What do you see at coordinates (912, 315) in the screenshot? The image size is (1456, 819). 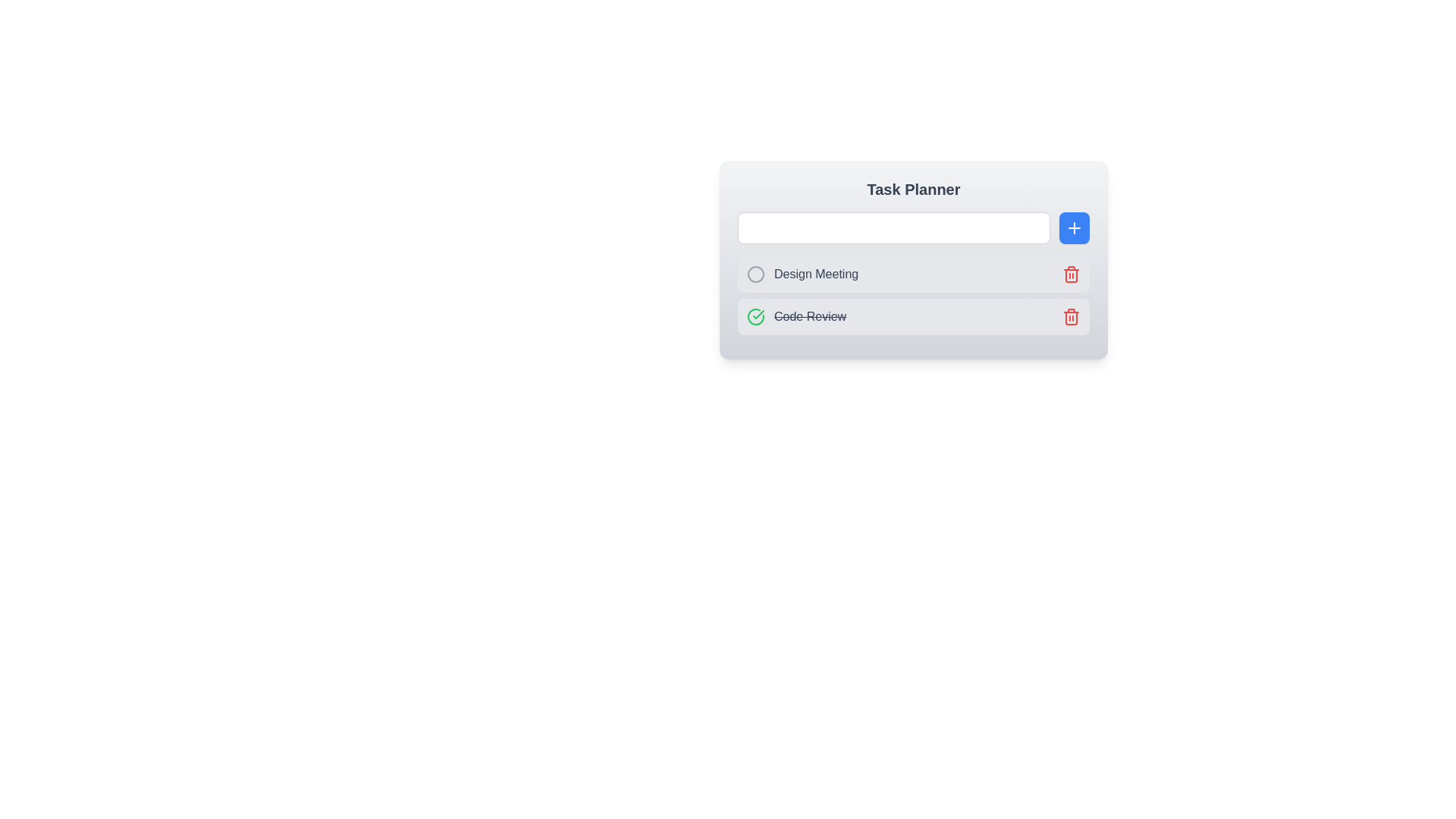 I see `the List item labeled 'Code Review' to navigate through the Task Planner` at bounding box center [912, 315].